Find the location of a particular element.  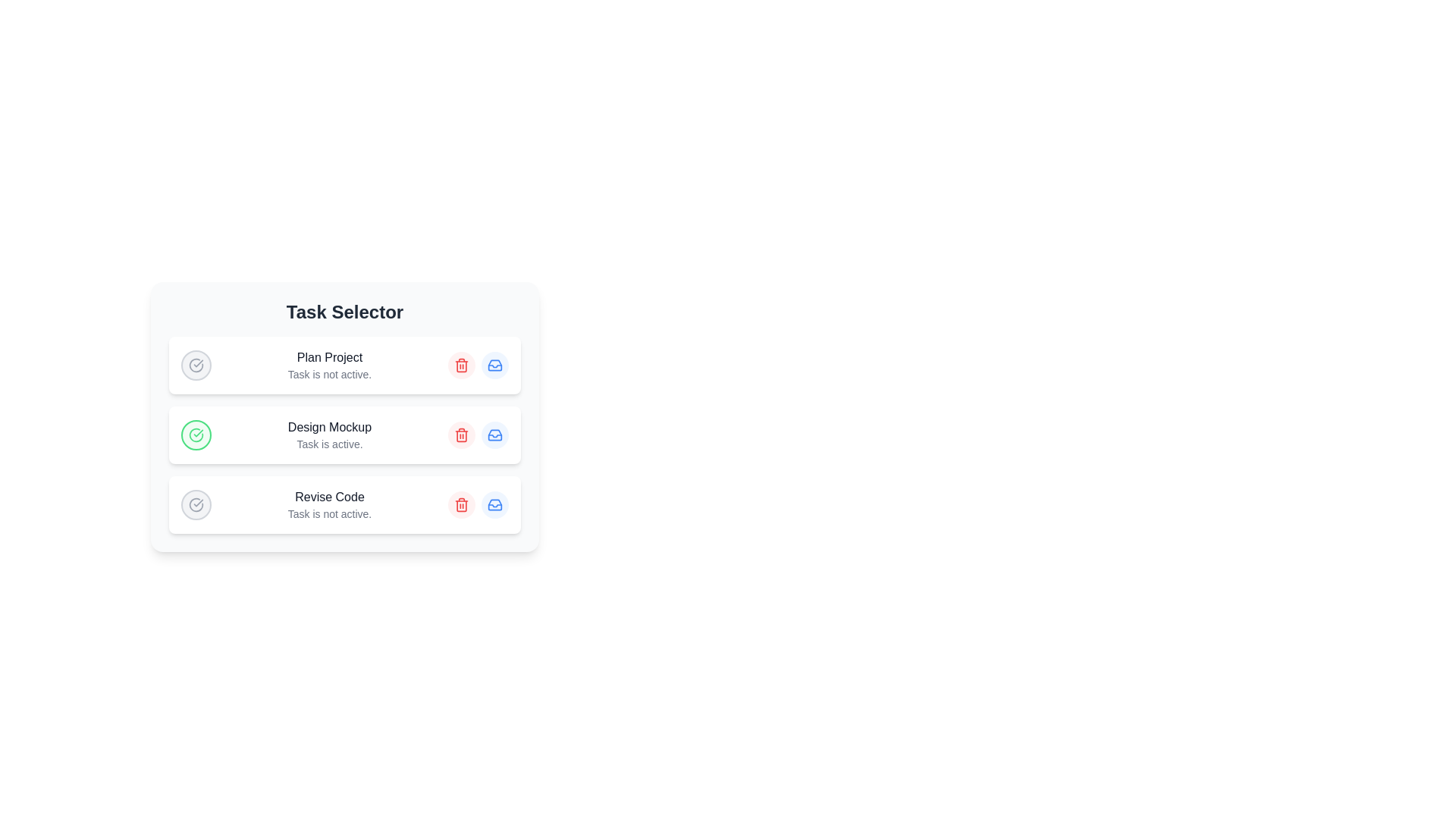

the blue inbox tray icon located at the far right of the second row of task entries in the 'Task Selector' panel is located at coordinates (494, 435).